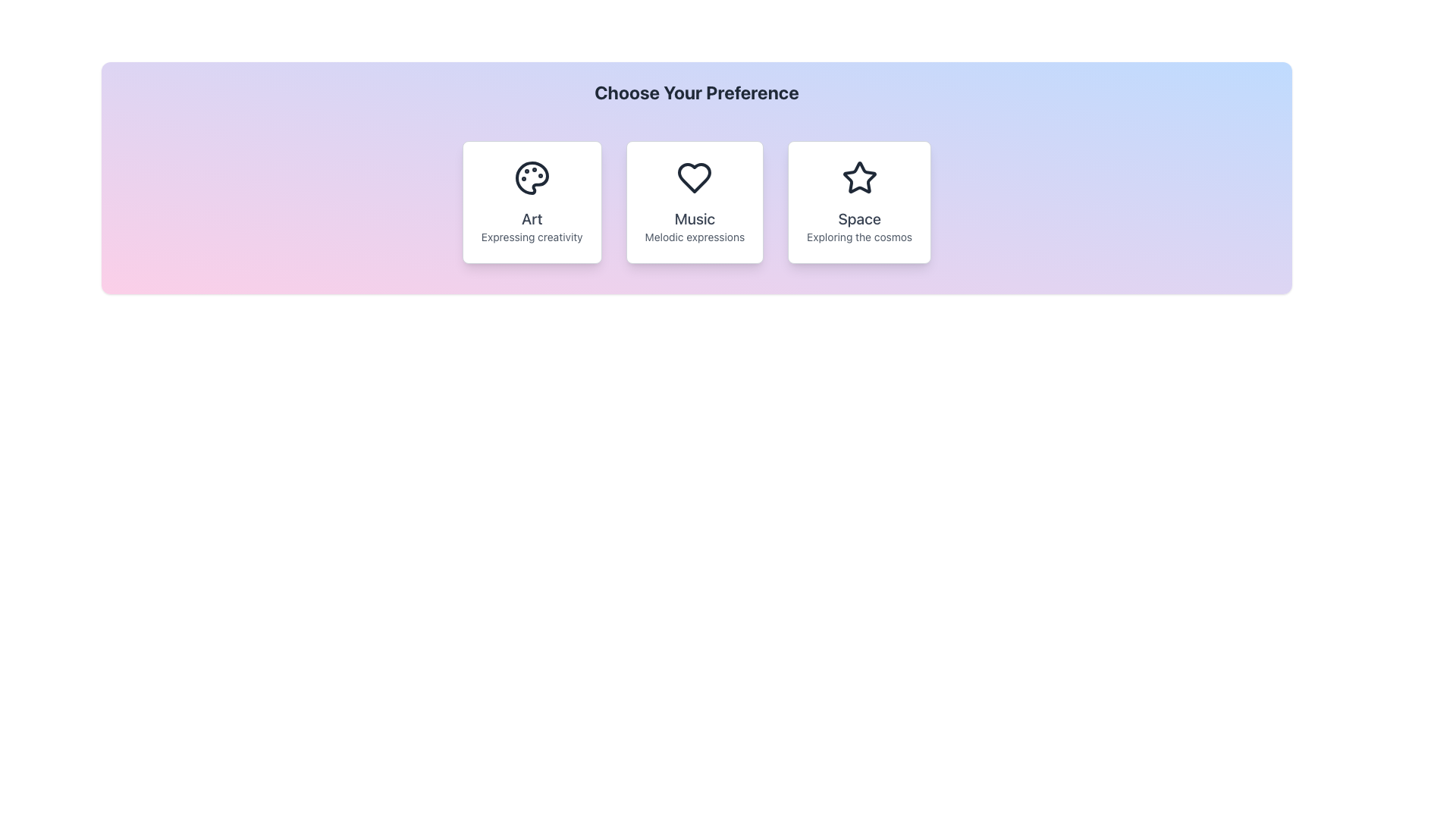 The image size is (1456, 819). Describe the element at coordinates (695, 93) in the screenshot. I see `the centrally positioned text label that introduces the user to the selection process, located at the top above the preference options` at that location.